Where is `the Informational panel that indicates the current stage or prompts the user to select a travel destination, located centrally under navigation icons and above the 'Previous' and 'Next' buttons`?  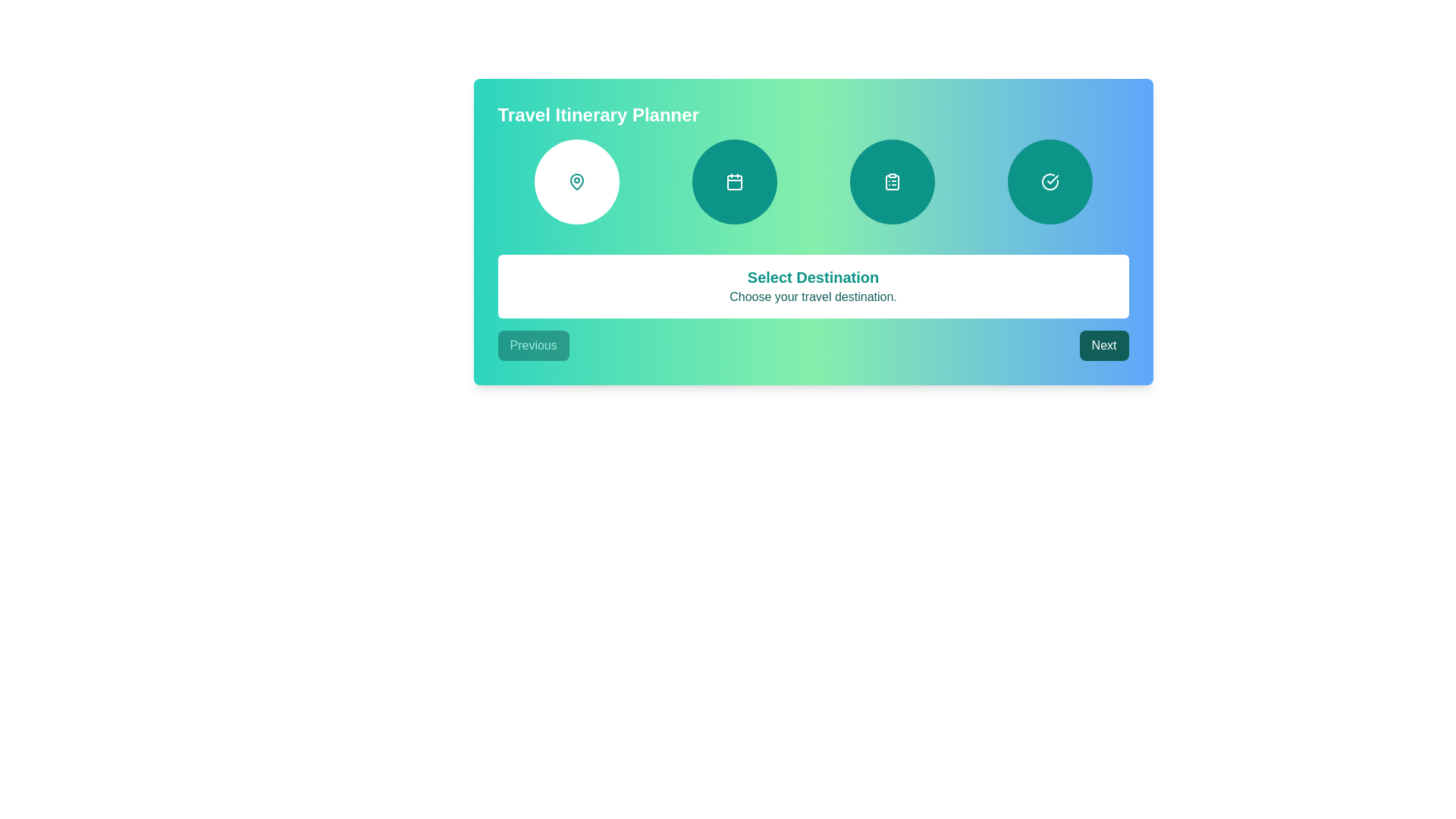 the Informational panel that indicates the current stage or prompts the user to select a travel destination, located centrally under navigation icons and above the 'Previous' and 'Next' buttons is located at coordinates (812, 287).